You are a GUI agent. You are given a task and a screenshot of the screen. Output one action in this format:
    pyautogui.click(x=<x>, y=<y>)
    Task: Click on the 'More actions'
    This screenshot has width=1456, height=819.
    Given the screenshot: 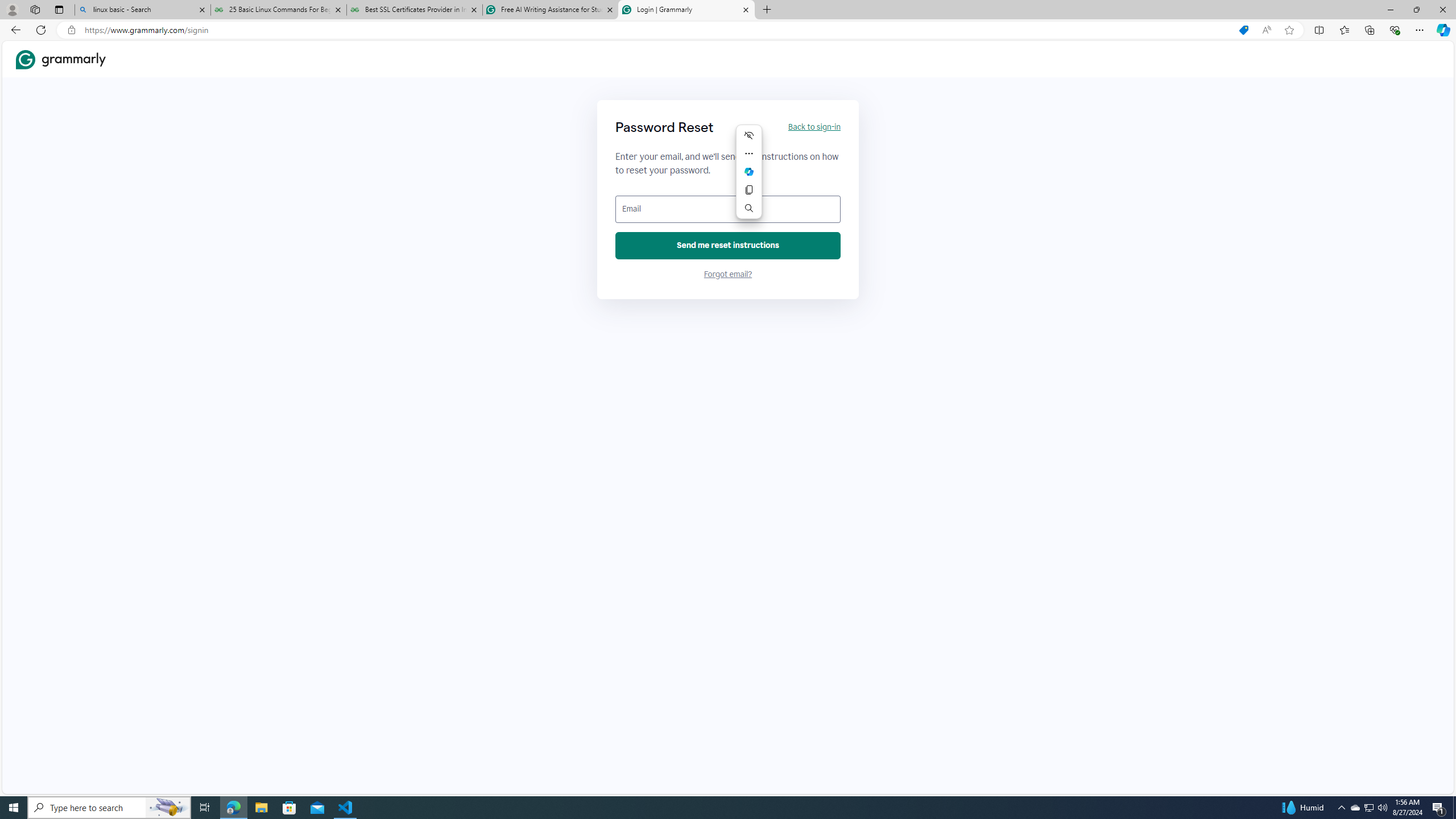 What is the action you would take?
    pyautogui.click(x=748, y=153)
    